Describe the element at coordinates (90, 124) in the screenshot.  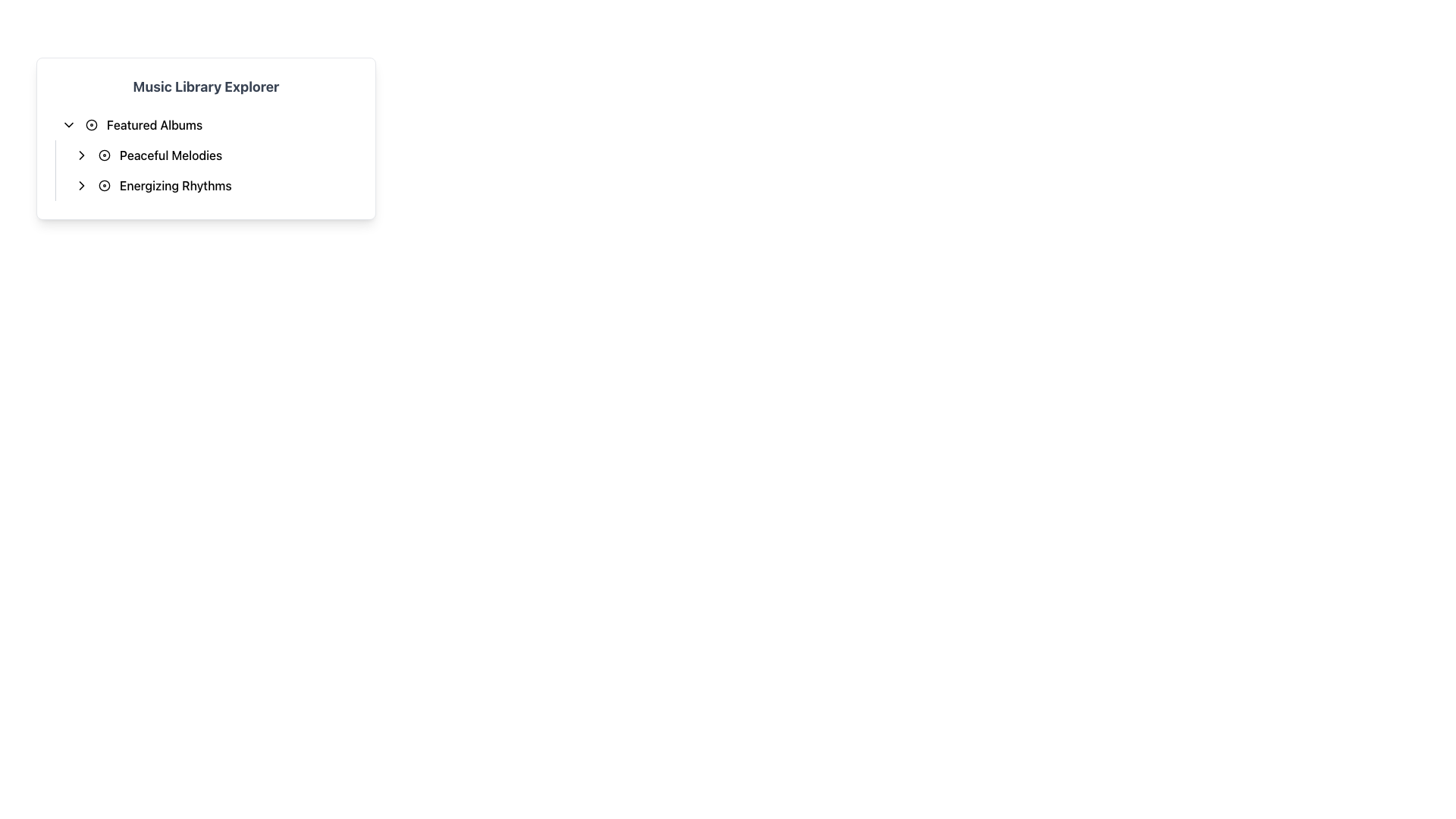
I see `the icon located to the left of the 'Featured Albums' text, which serves as a visual identifier for the section` at that location.